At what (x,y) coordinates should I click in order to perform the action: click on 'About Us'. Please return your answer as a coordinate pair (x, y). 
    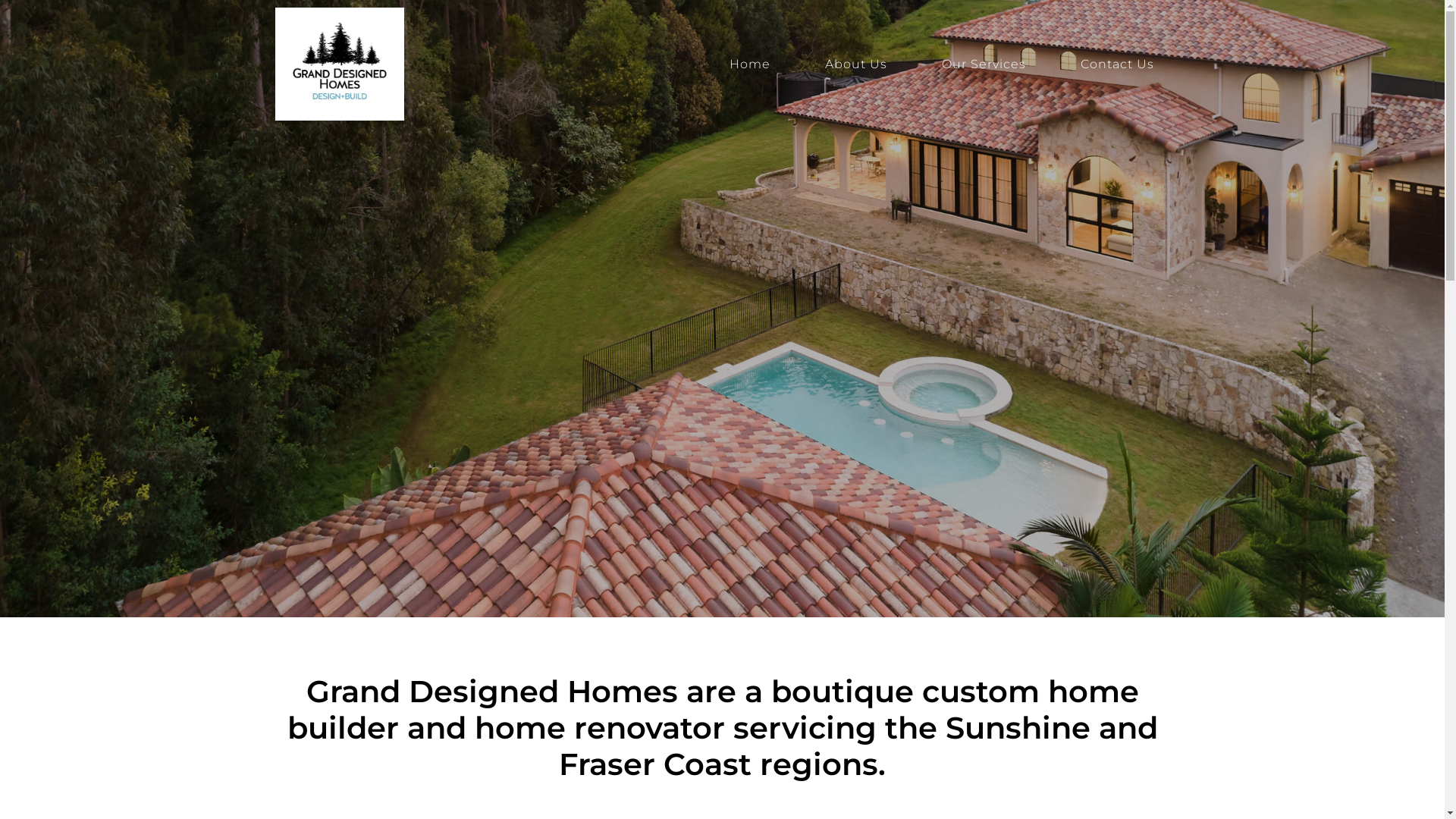
    Looking at the image, I should click on (855, 63).